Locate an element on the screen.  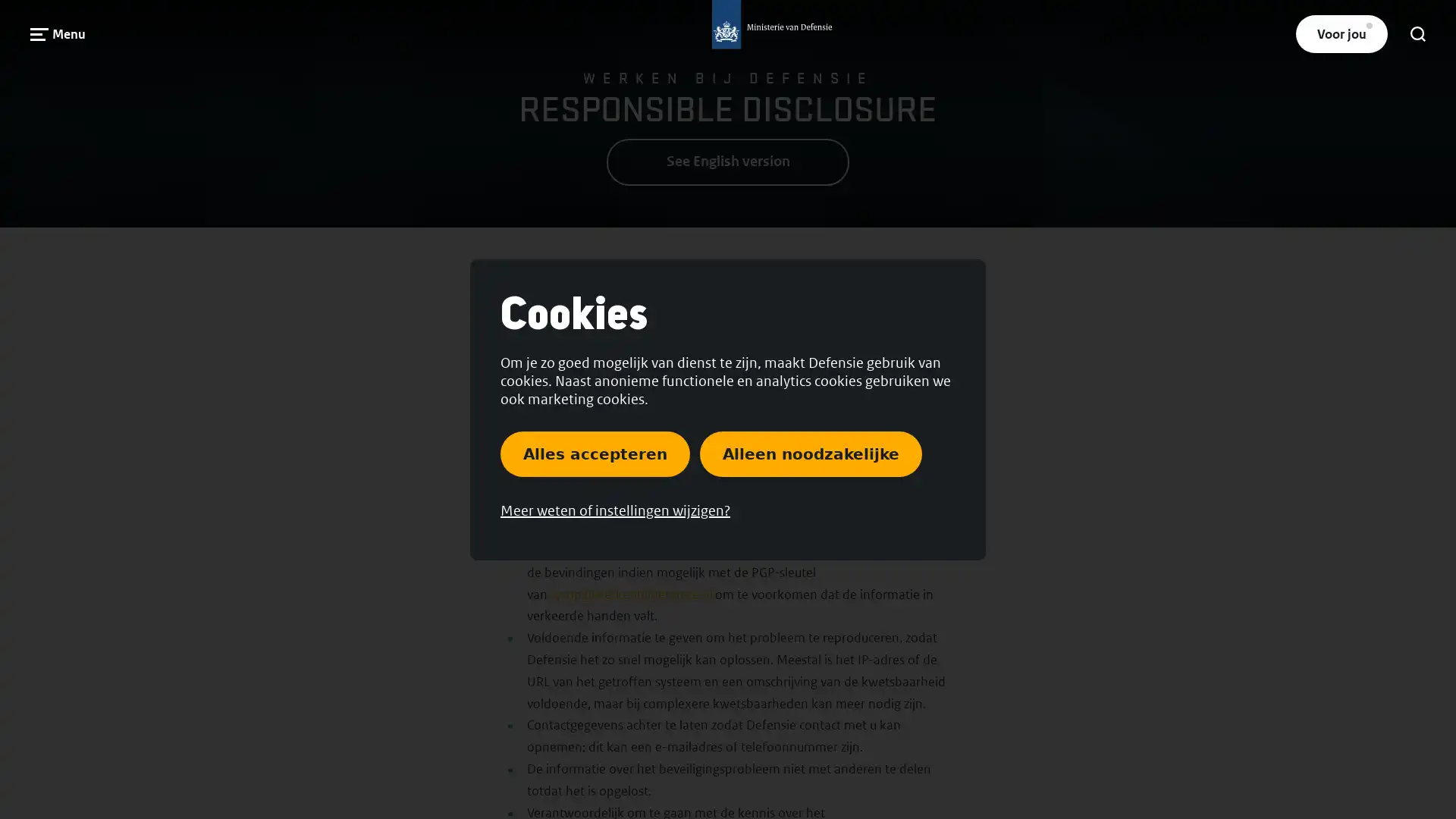
Zoeken openen is located at coordinates (1417, 34).